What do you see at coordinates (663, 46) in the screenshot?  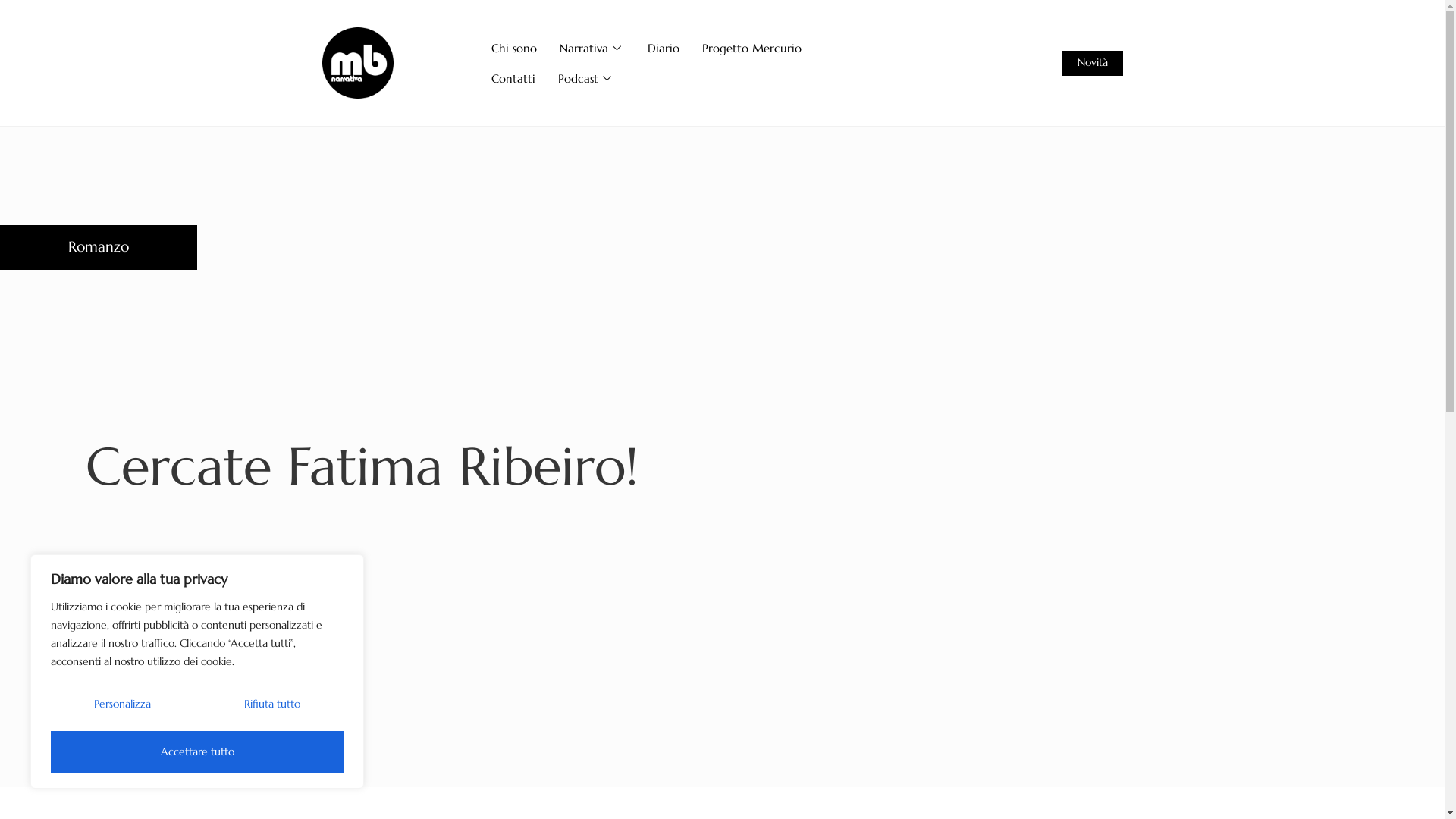 I see `'Diario'` at bounding box center [663, 46].